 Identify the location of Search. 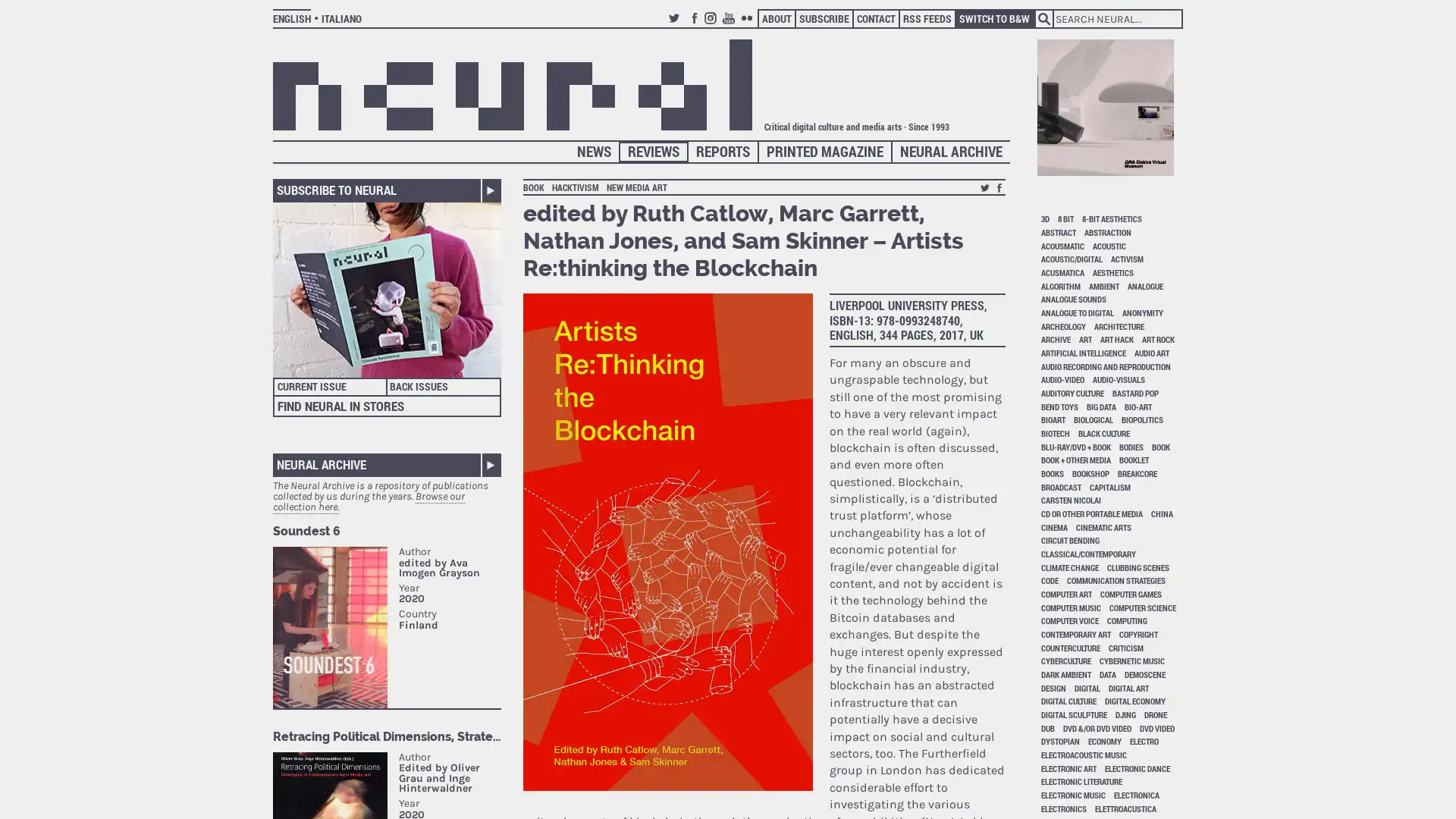
(1043, 18).